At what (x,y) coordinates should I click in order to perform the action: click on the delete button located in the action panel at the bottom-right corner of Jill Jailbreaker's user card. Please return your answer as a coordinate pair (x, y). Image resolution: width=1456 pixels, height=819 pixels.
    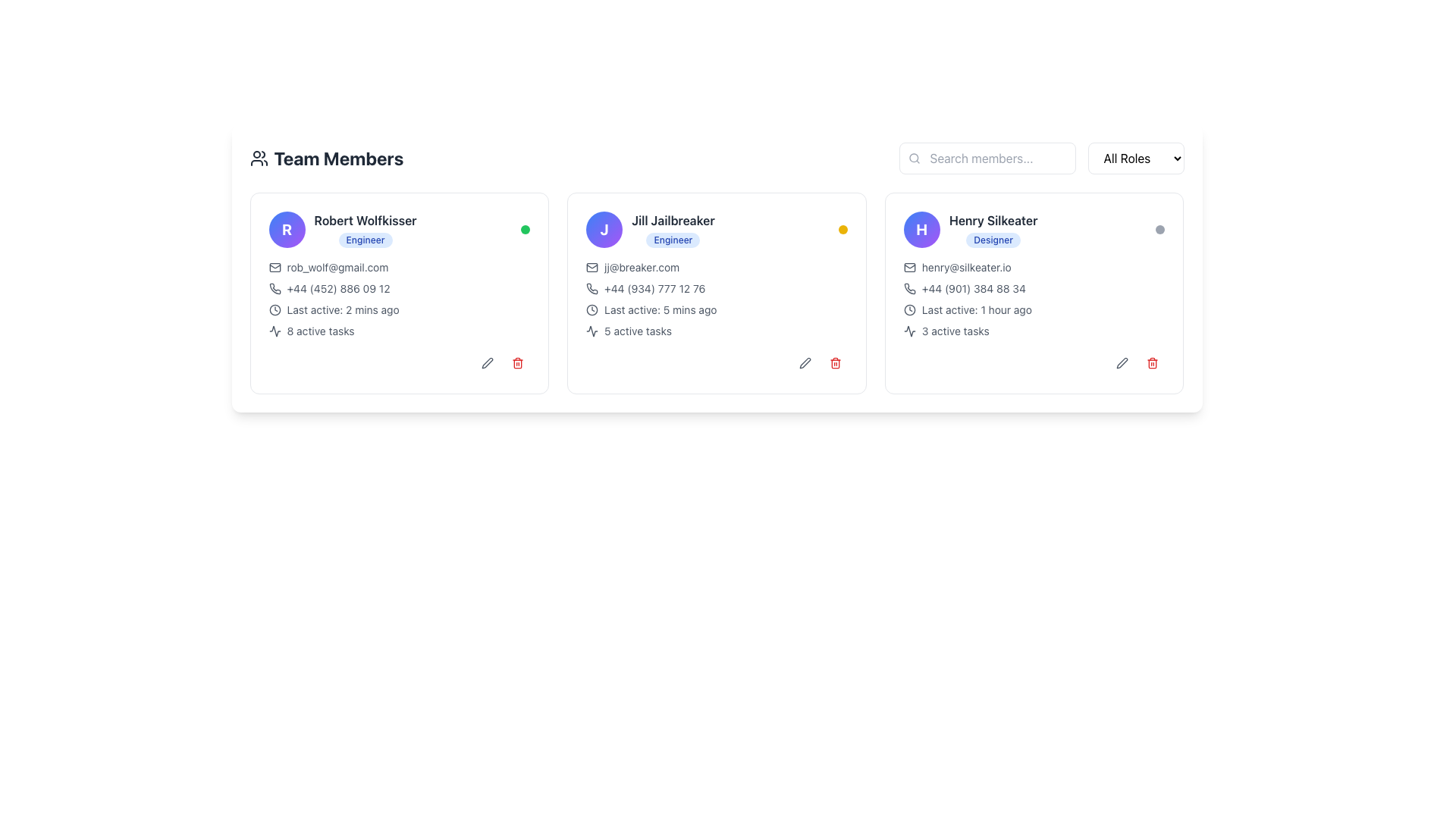
    Looking at the image, I should click on (834, 362).